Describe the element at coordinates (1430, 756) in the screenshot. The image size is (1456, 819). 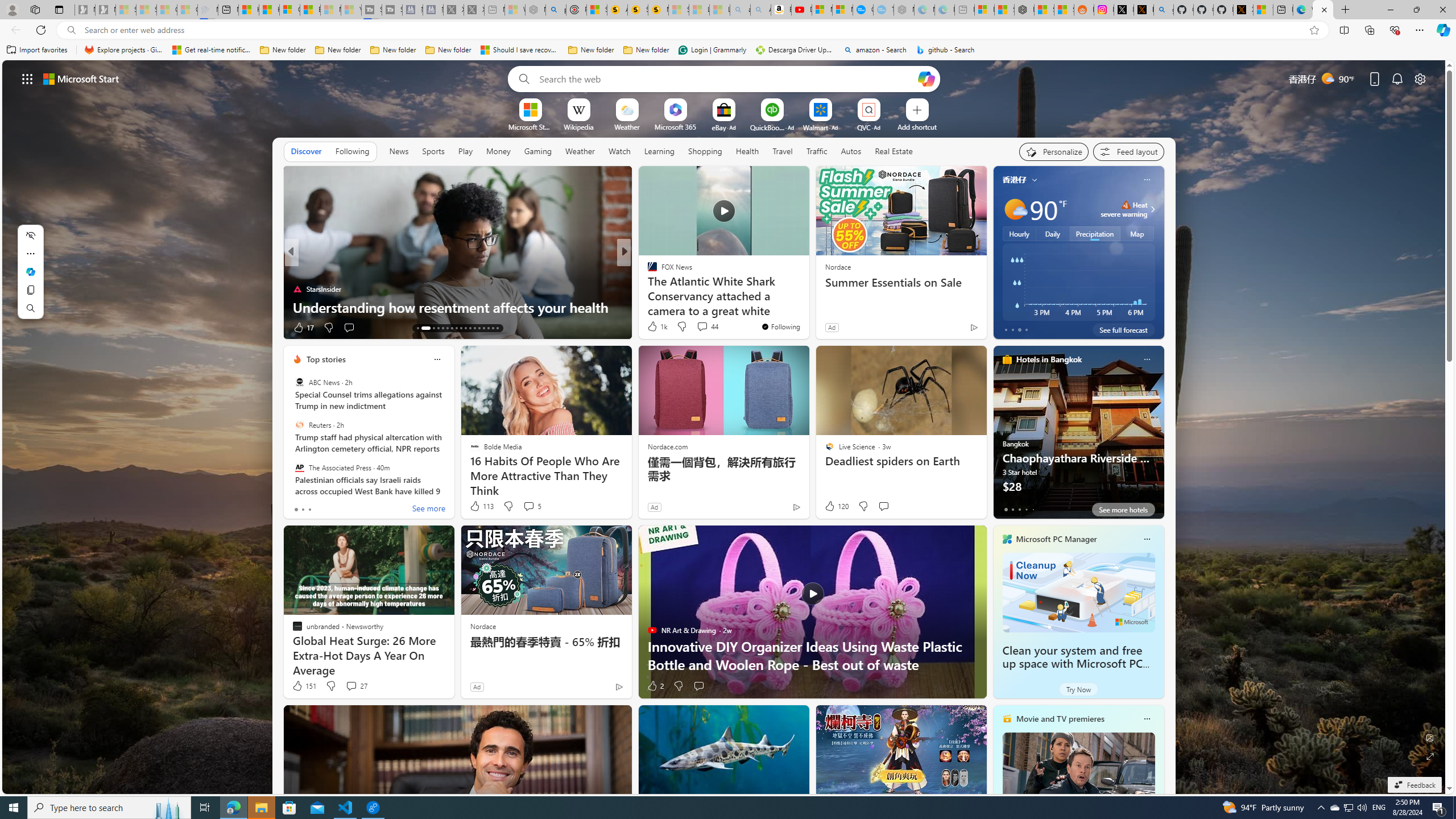
I see `'Expand background'` at that location.